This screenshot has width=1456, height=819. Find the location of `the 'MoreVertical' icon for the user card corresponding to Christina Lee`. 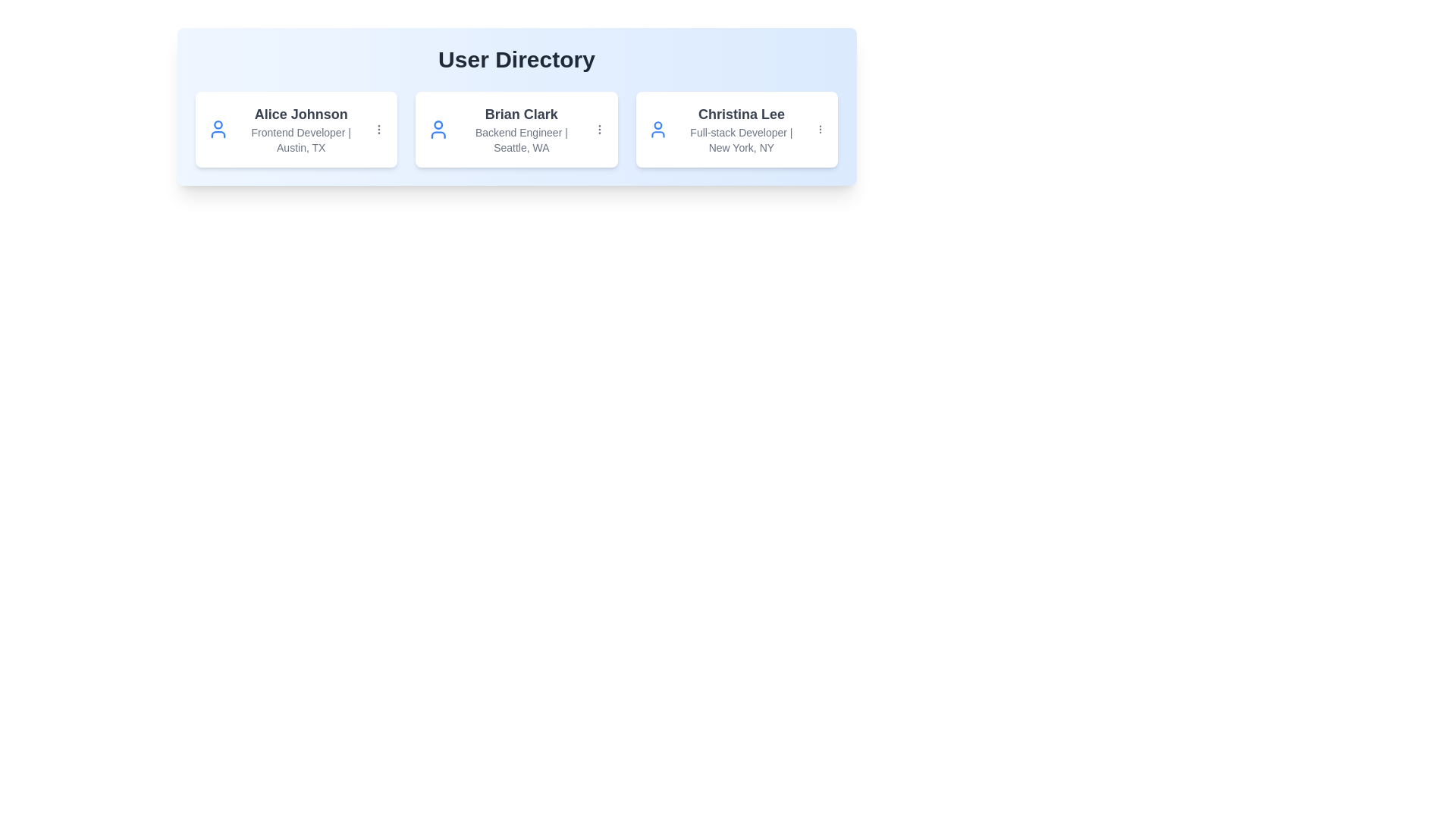

the 'MoreVertical' icon for the user card corresponding to Christina Lee is located at coordinates (820, 128).